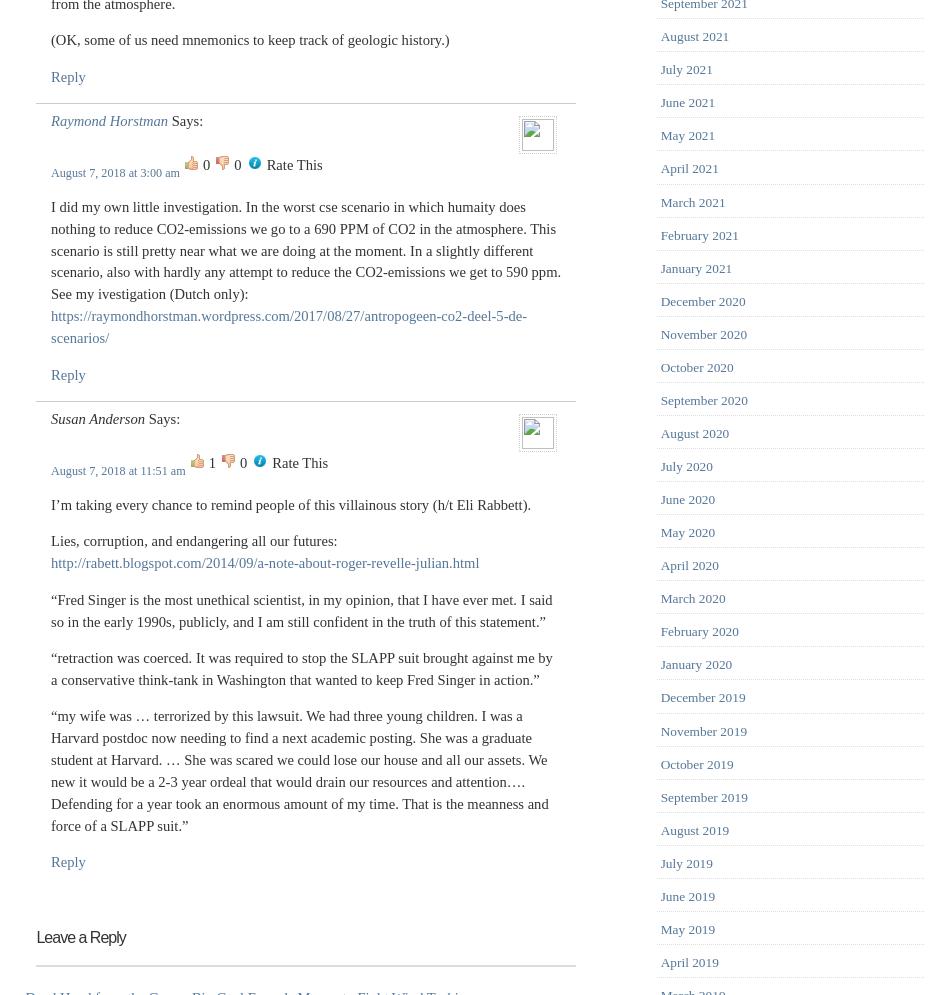 The width and height of the screenshot is (935, 995). Describe the element at coordinates (96, 418) in the screenshot. I see `'Susan Anderson'` at that location.